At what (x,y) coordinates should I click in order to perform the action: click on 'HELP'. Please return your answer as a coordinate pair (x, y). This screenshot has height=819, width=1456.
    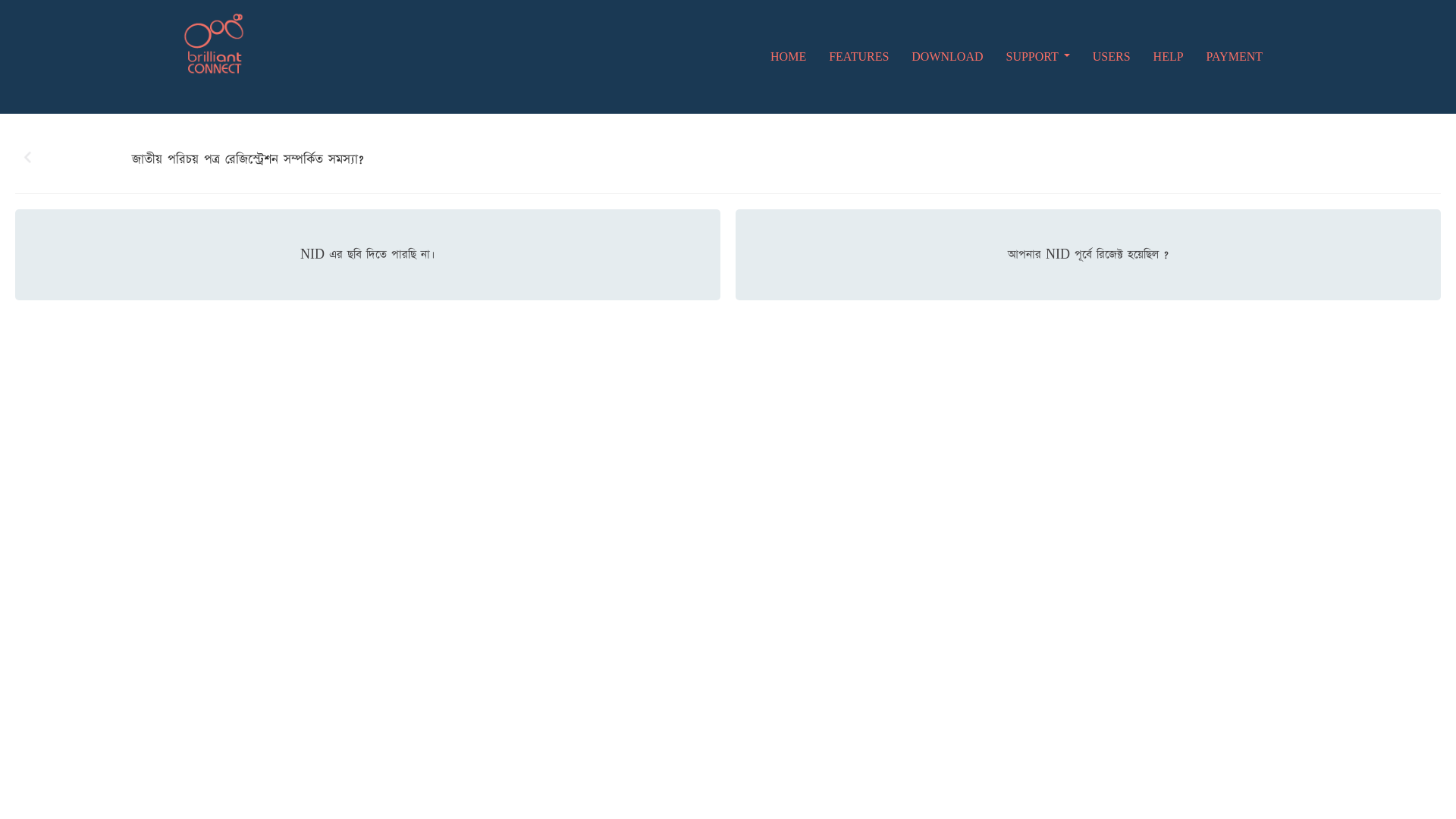
    Looking at the image, I should click on (1167, 55).